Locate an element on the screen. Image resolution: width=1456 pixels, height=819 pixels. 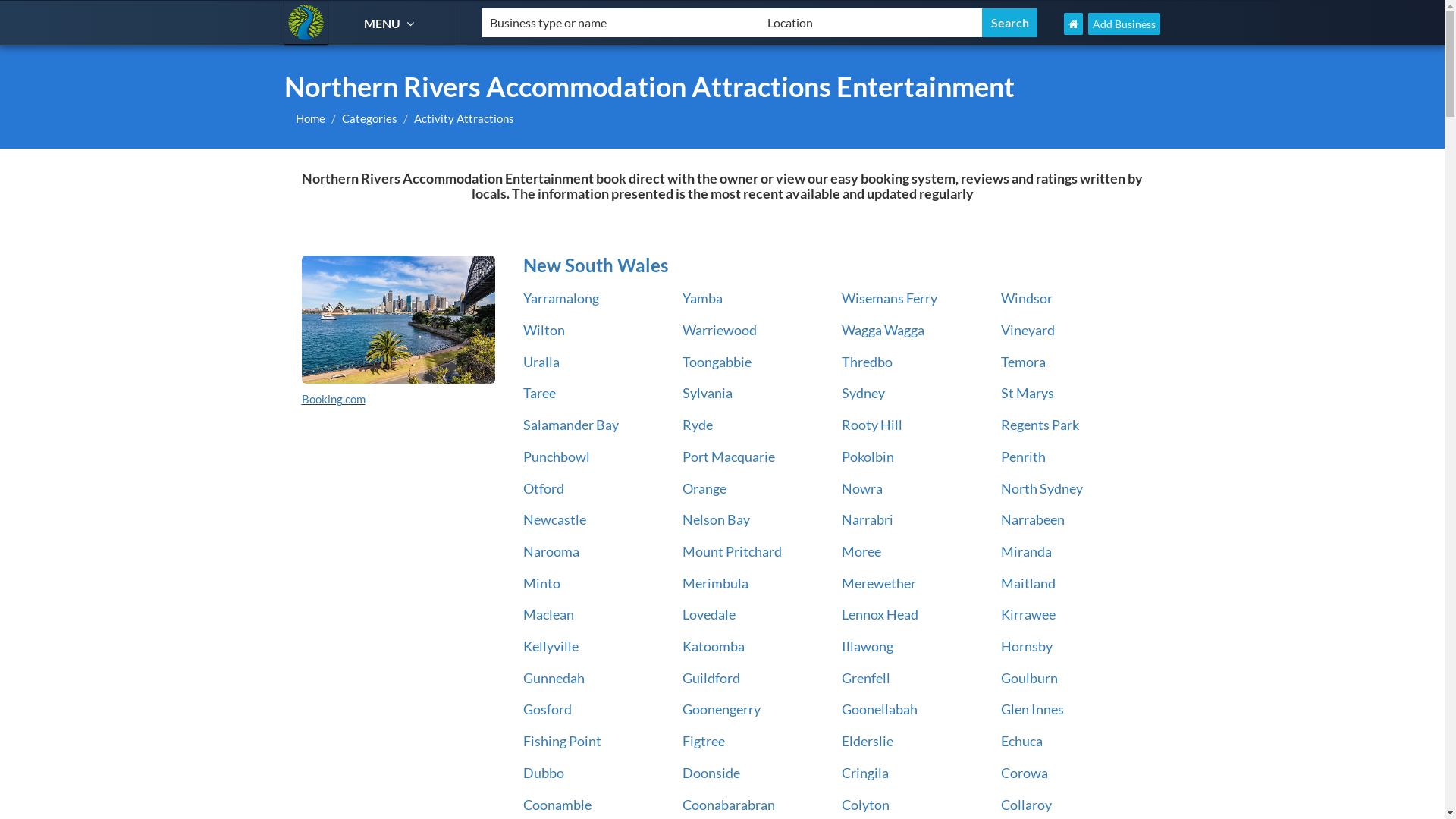
'Newcastle' is located at coordinates (554, 519).